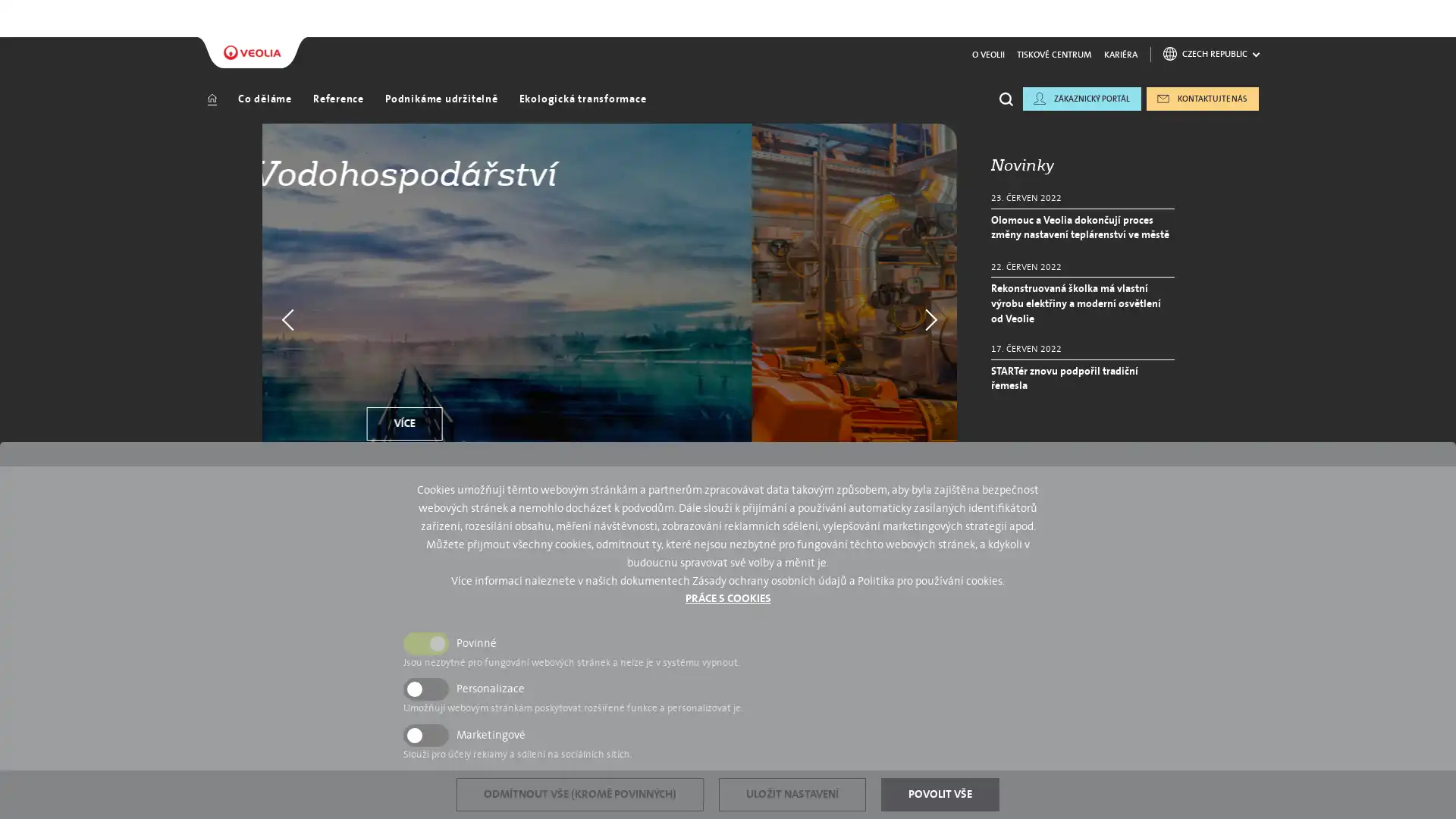 The width and height of the screenshot is (1456, 819). Describe the element at coordinates (1011, 155) in the screenshot. I see `ok` at that location.